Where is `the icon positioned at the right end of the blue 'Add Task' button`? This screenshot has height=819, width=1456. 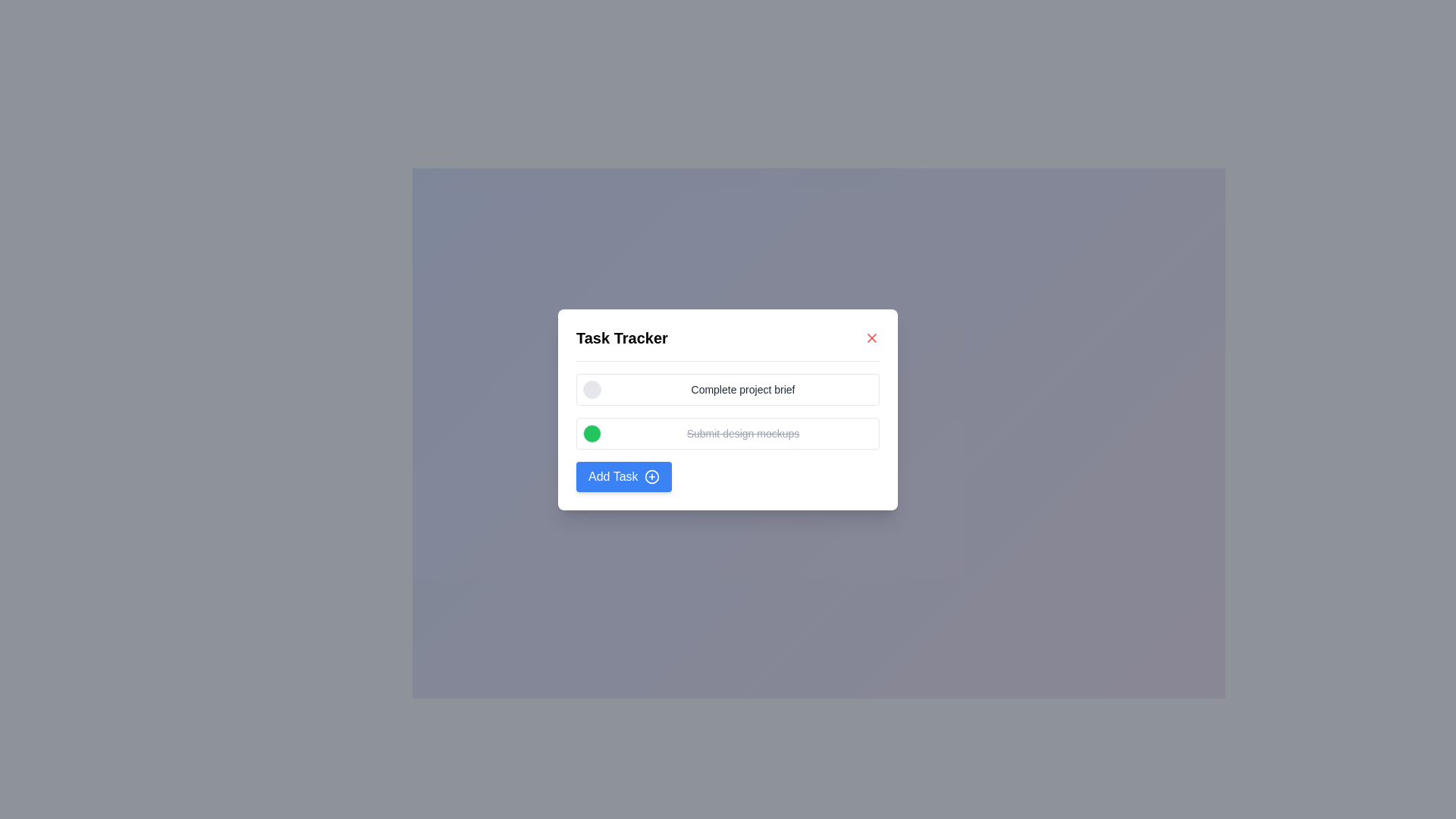
the icon positioned at the right end of the blue 'Add Task' button is located at coordinates (651, 475).